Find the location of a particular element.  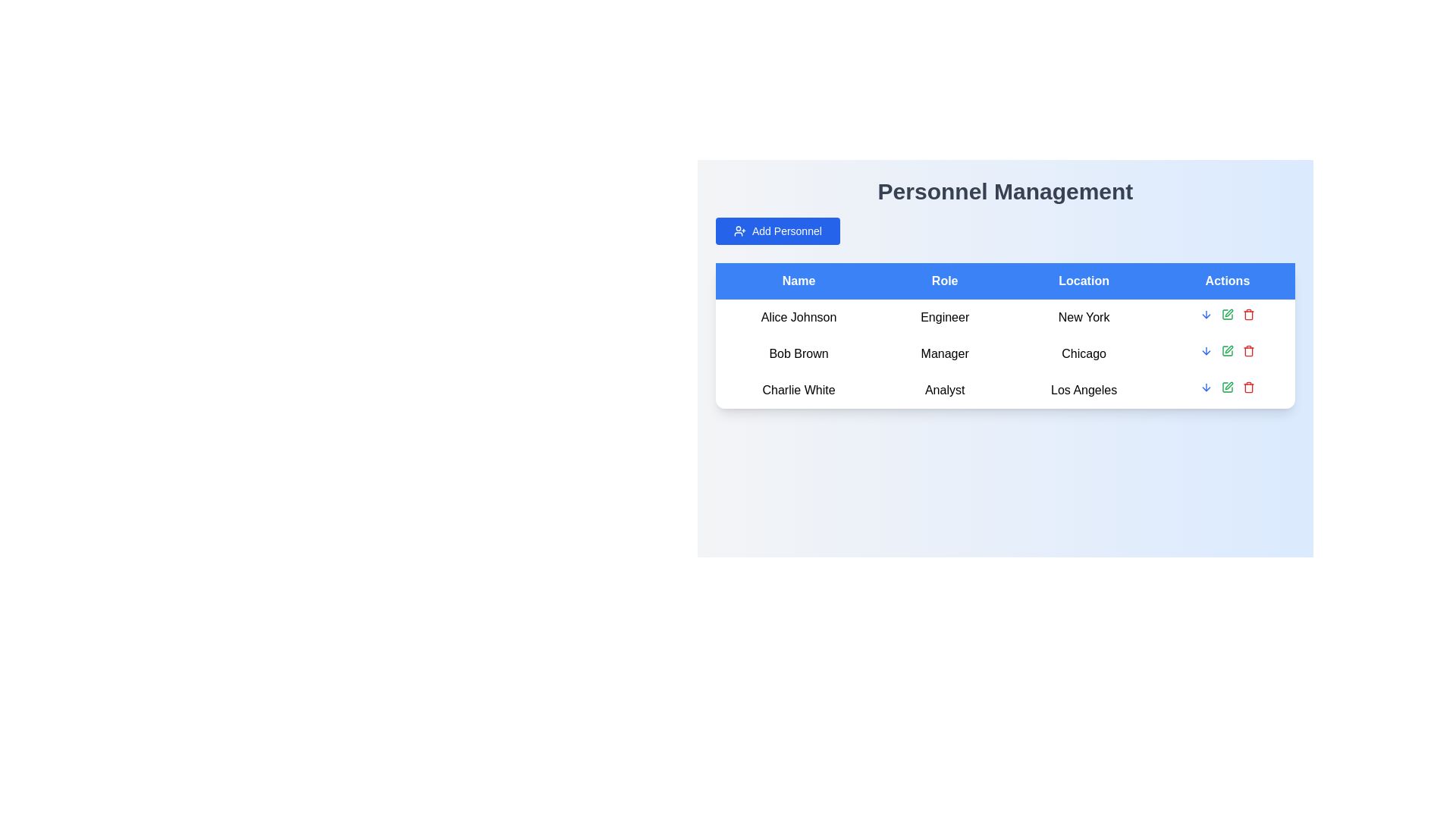

the deletion icon in the 'Actions' column for the last row (Charlie White) of the personnel table is located at coordinates (1248, 388).